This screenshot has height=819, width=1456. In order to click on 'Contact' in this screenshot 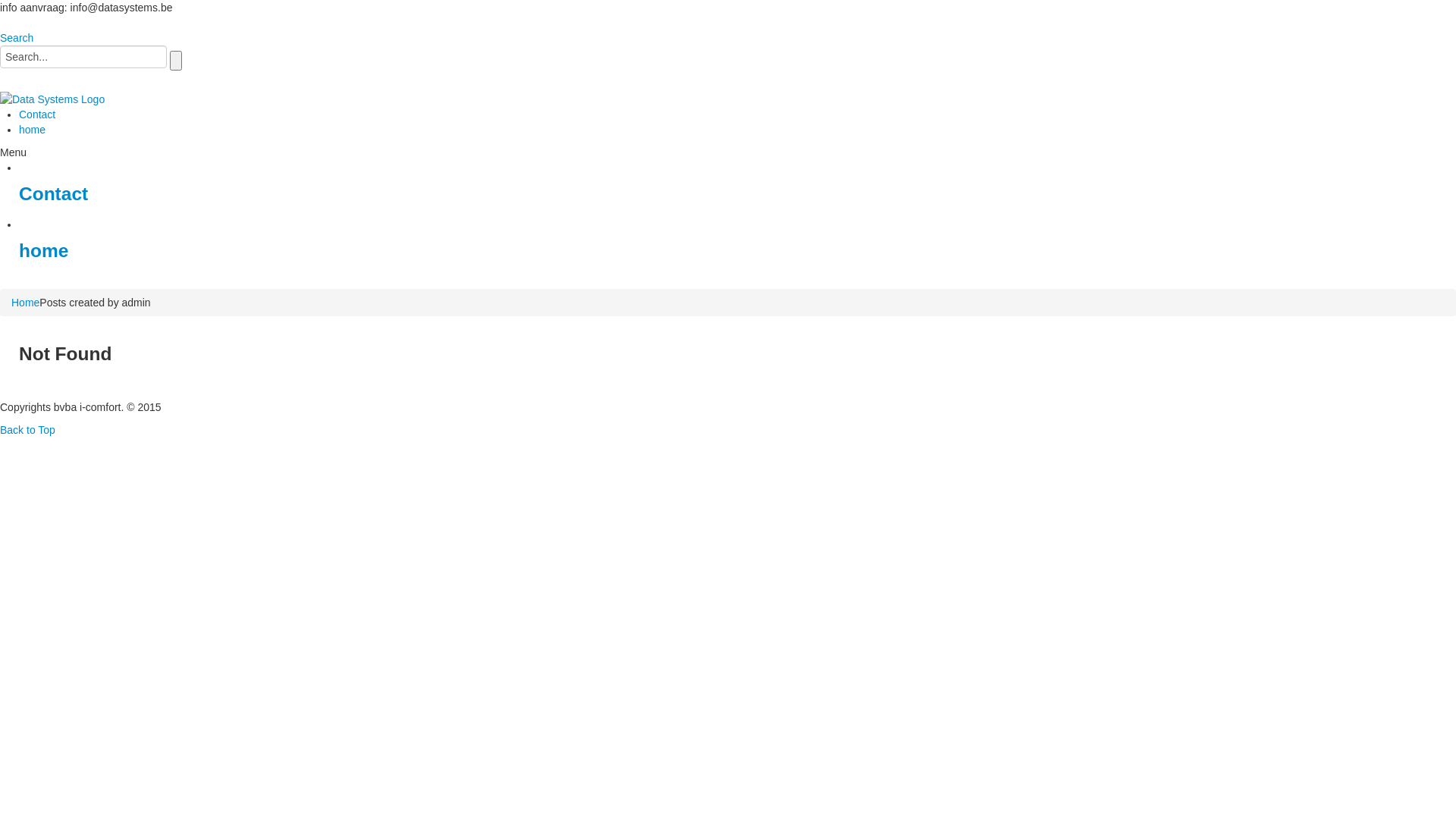, I will do `click(53, 193)`.